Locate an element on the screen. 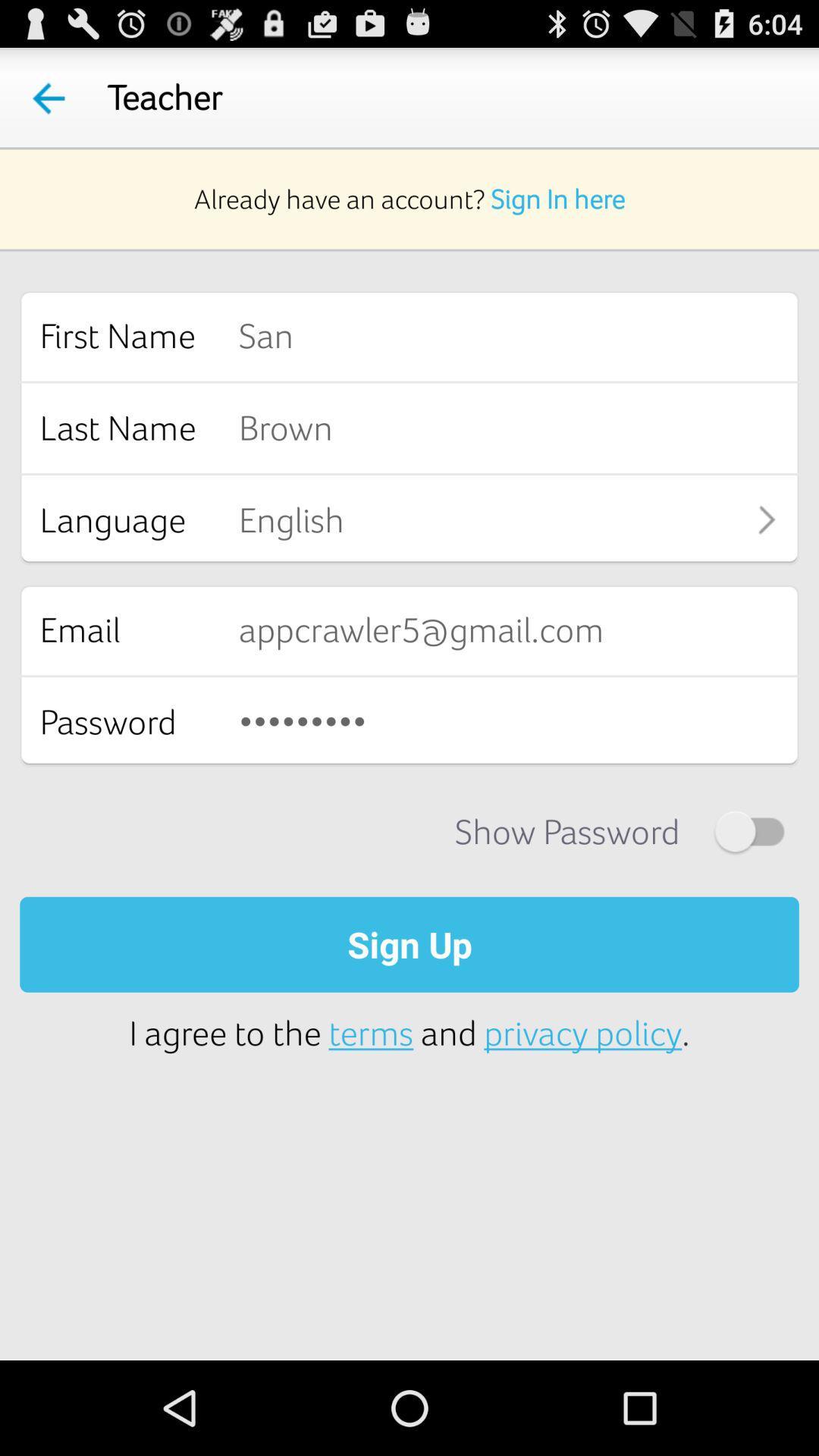  show password is located at coordinates (748, 830).